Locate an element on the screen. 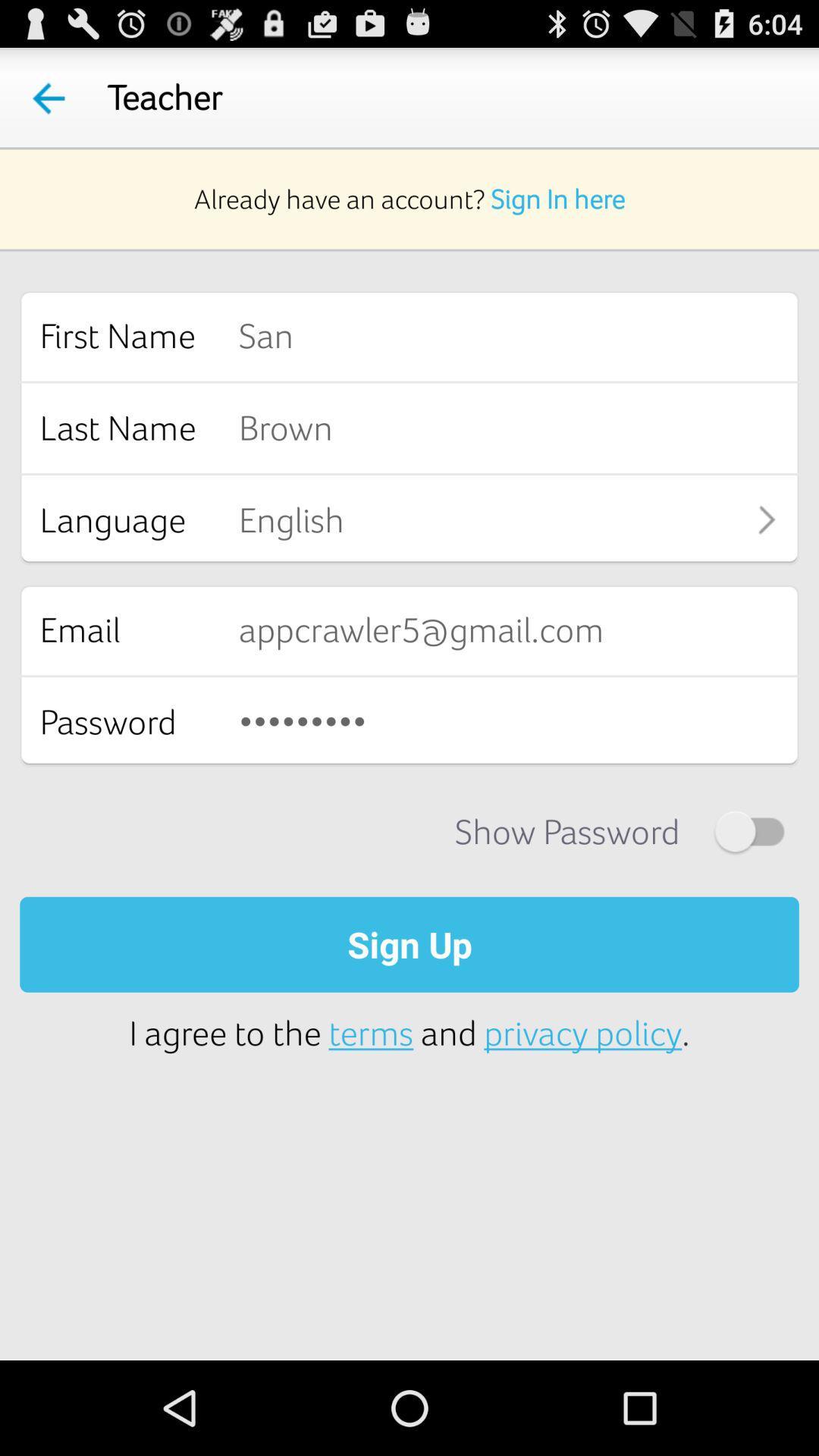  show password is located at coordinates (748, 830).